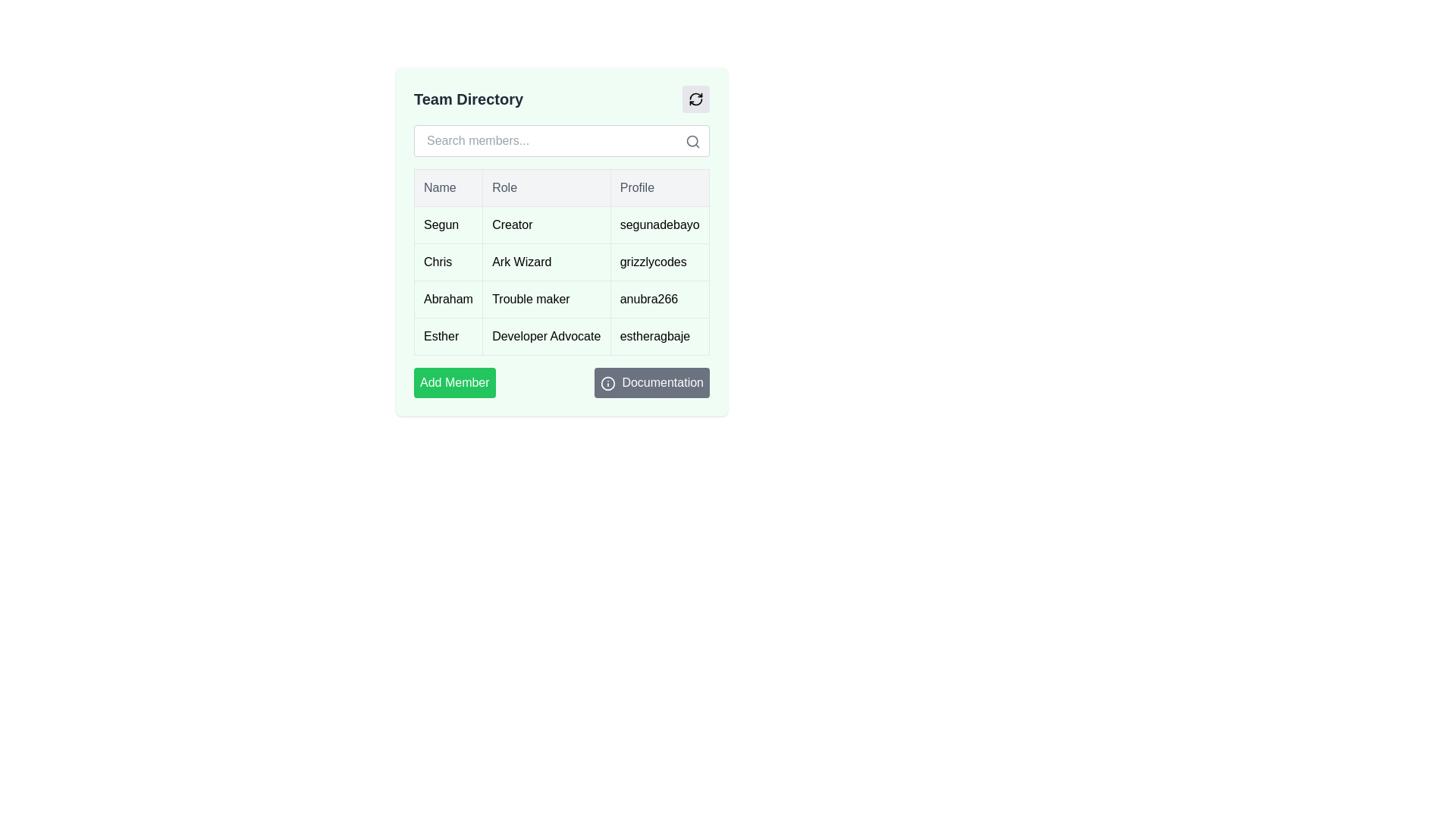 The height and width of the screenshot is (819, 1456). What do you see at coordinates (447, 187) in the screenshot?
I see `text of the Table Header element labeled 'Name', which is styled with a gray background and is the first header in the table` at bounding box center [447, 187].